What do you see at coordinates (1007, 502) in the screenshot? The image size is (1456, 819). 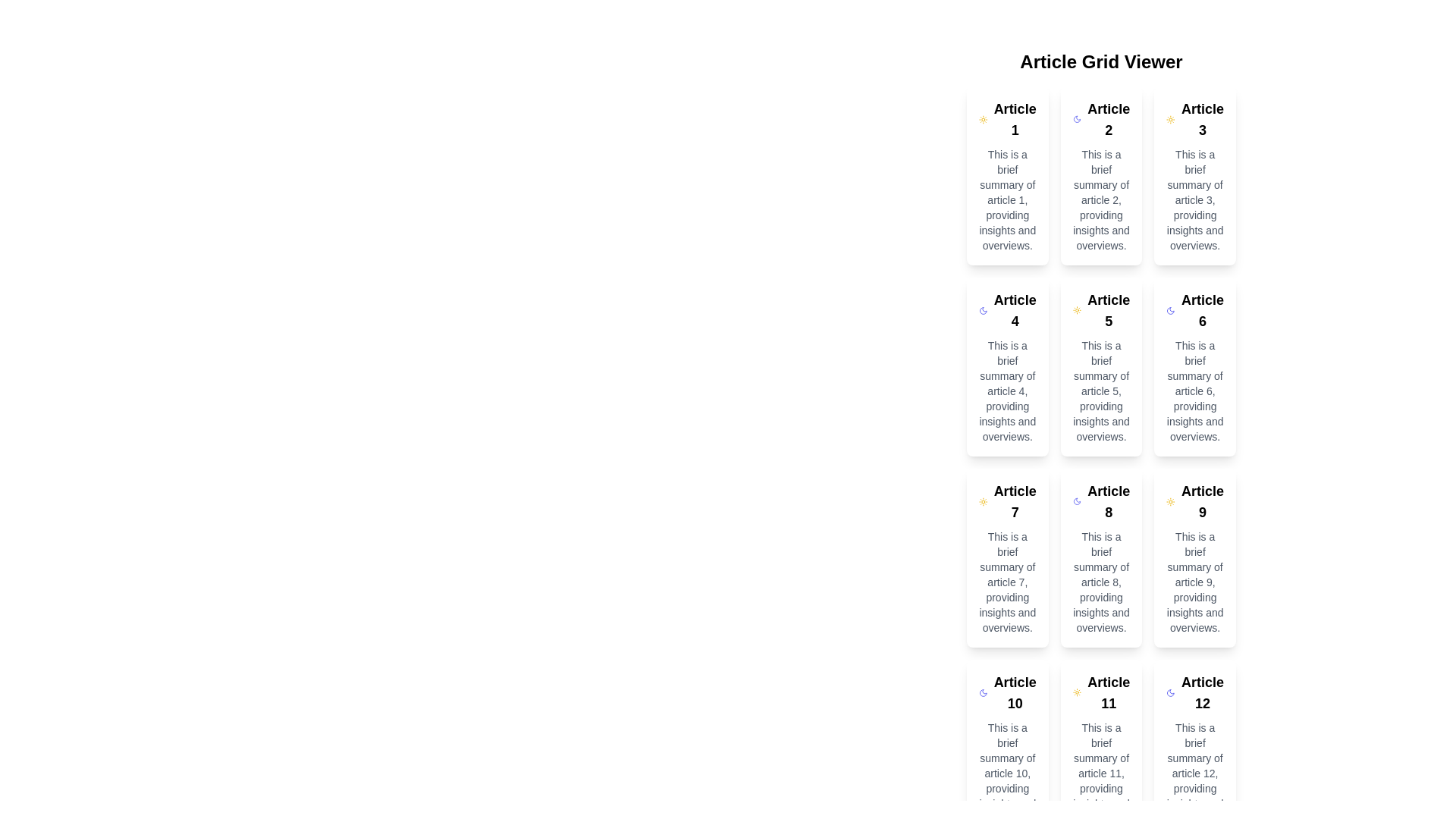 I see `text element that serves as the title or heading indicator for the card content titled 'Article 7', which is positioned at the top left of the card` at bounding box center [1007, 502].